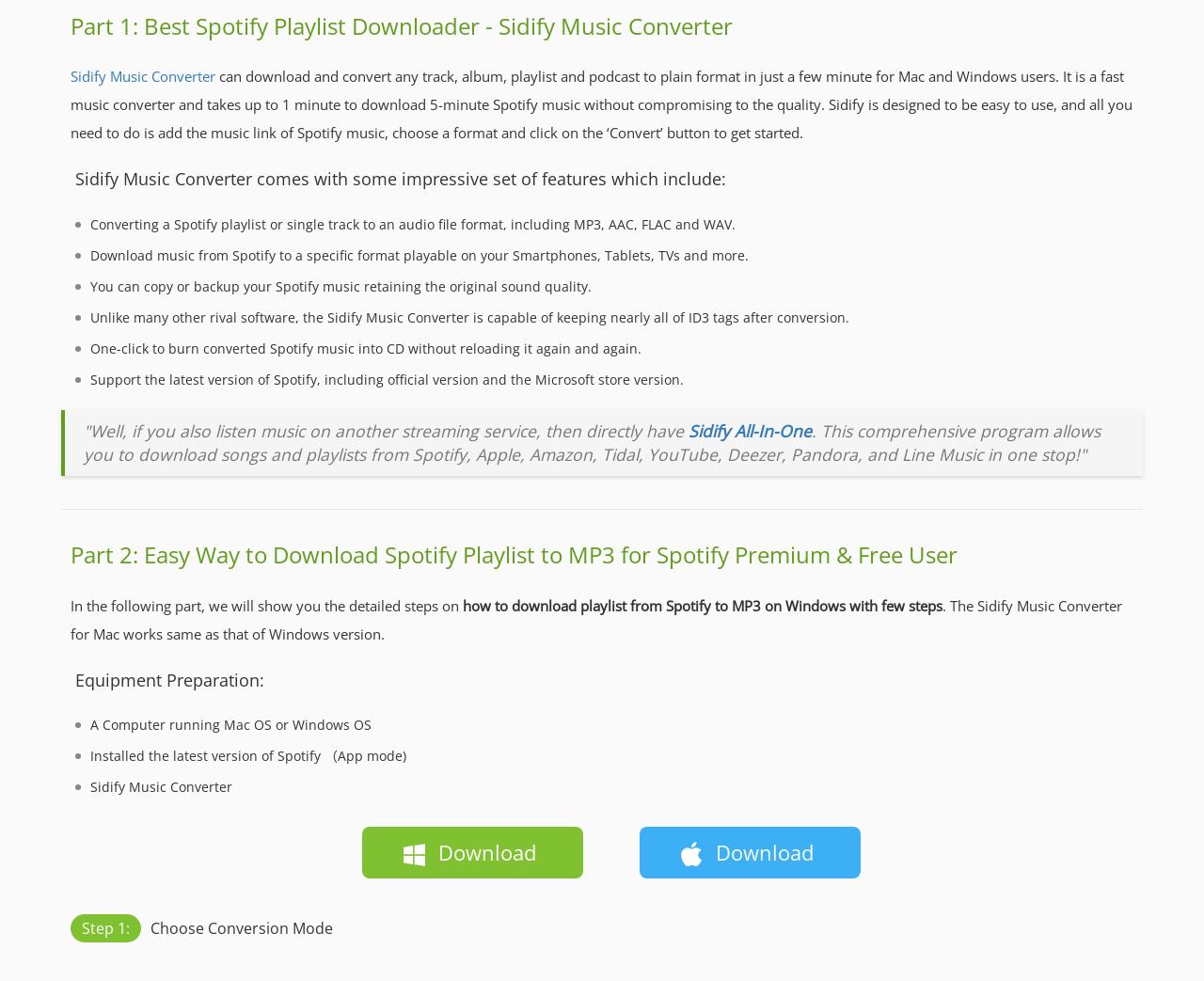  Describe the element at coordinates (386, 379) in the screenshot. I see `'Support the latest version of Spotify, including official version and the Microsoft store version.'` at that location.